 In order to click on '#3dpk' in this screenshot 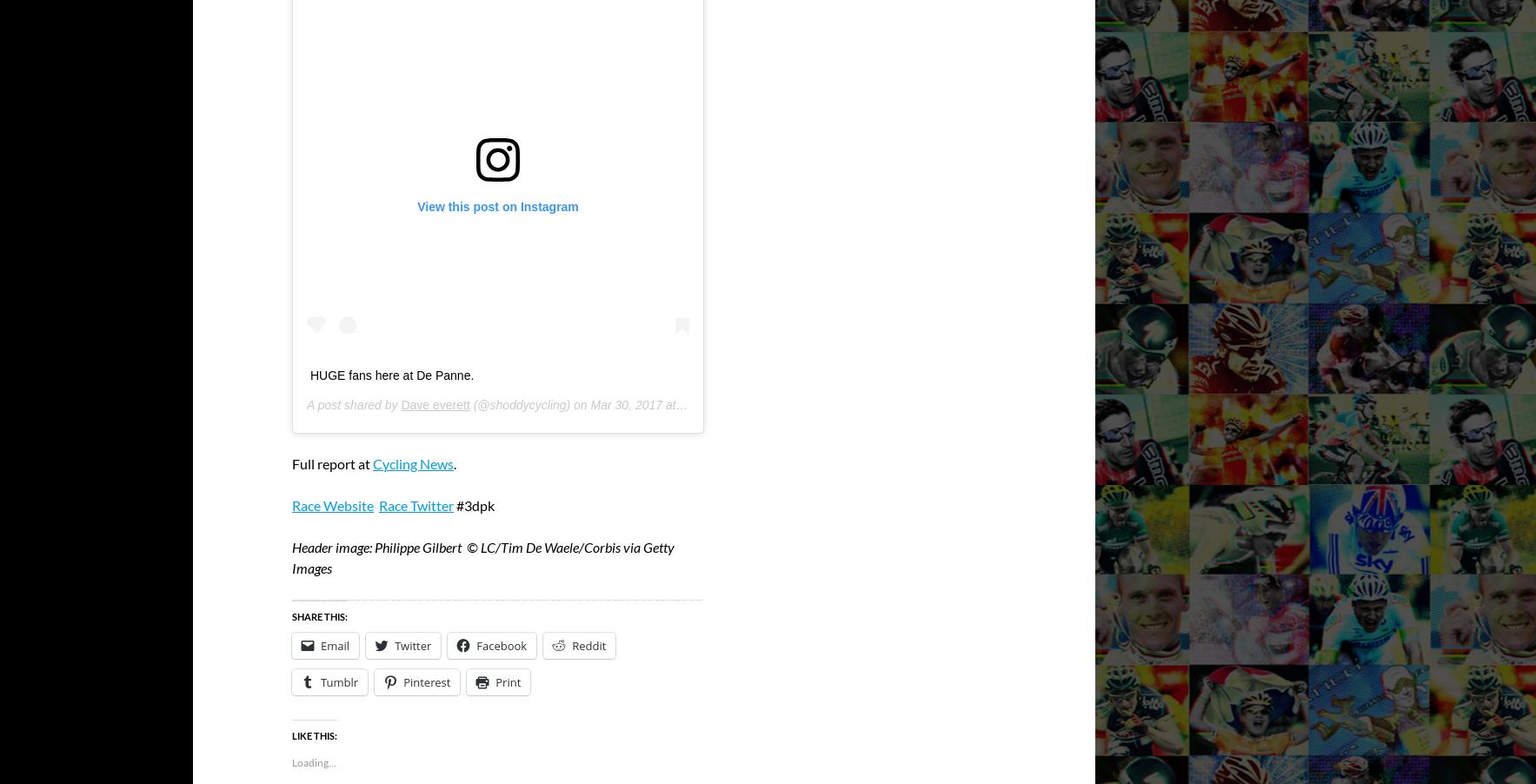, I will do `click(474, 505)`.